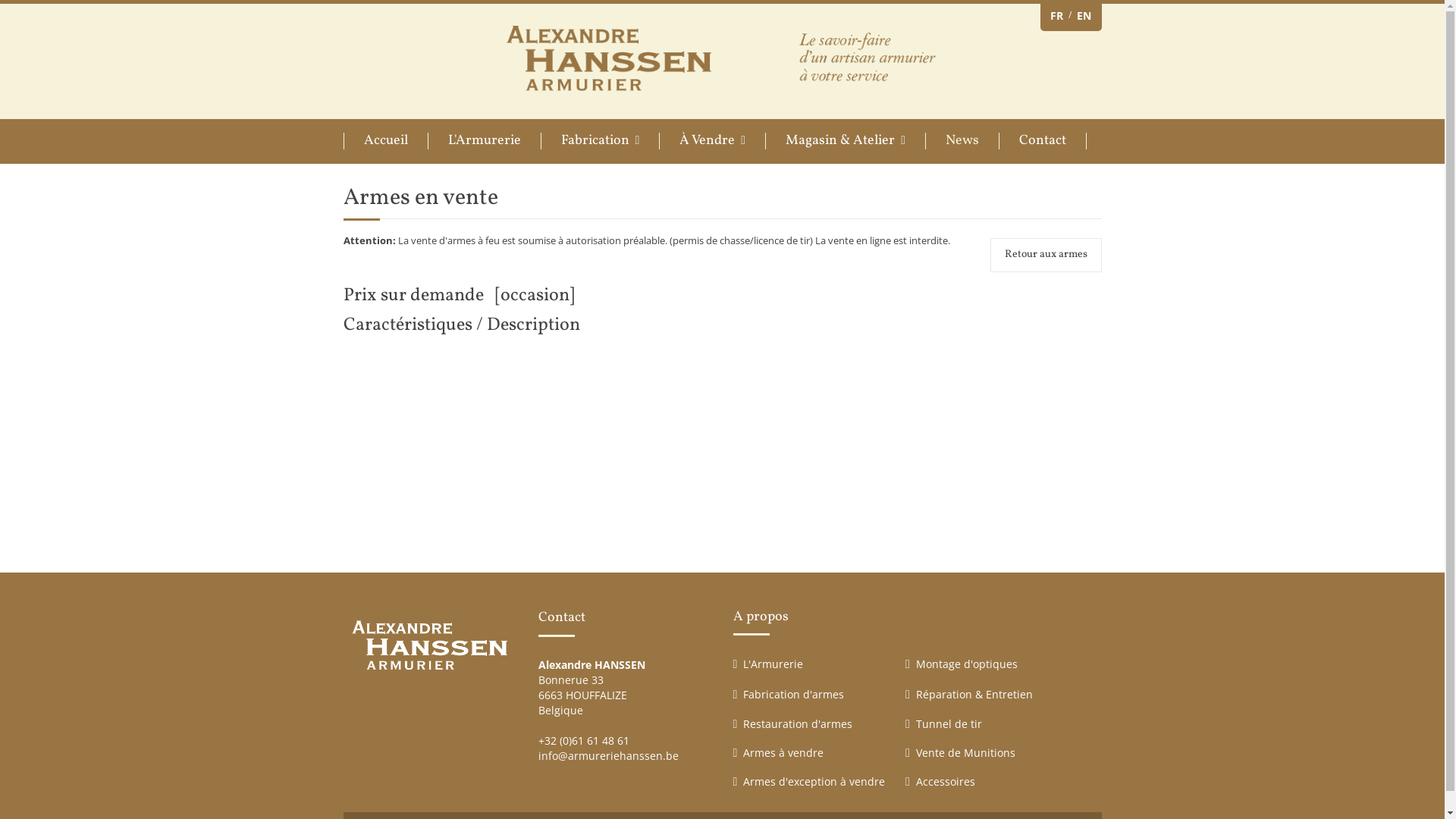 This screenshot has width=1456, height=819. Describe the element at coordinates (1083, 15) in the screenshot. I see `'EN'` at that location.